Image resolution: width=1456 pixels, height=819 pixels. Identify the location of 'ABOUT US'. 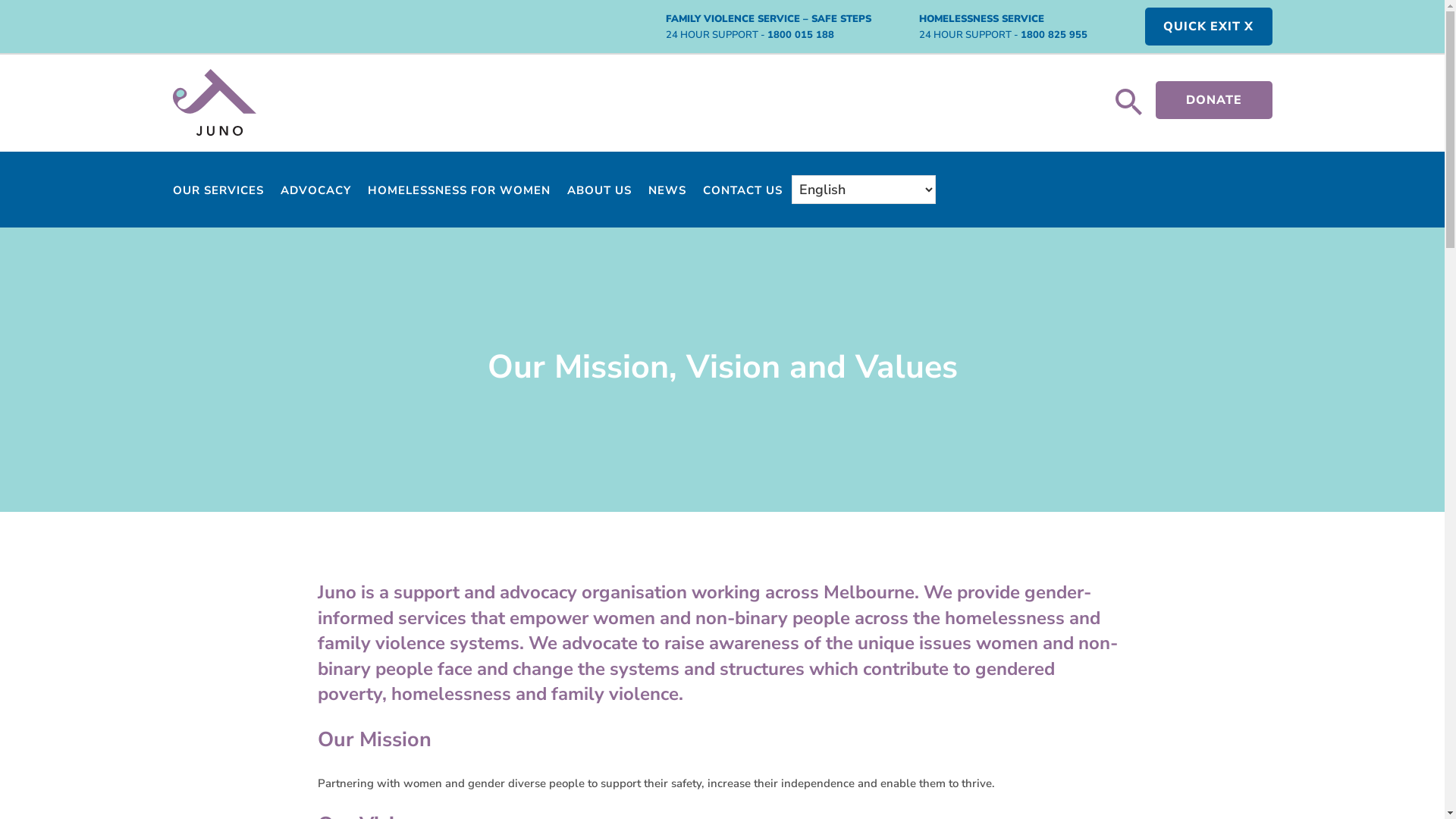
(566, 191).